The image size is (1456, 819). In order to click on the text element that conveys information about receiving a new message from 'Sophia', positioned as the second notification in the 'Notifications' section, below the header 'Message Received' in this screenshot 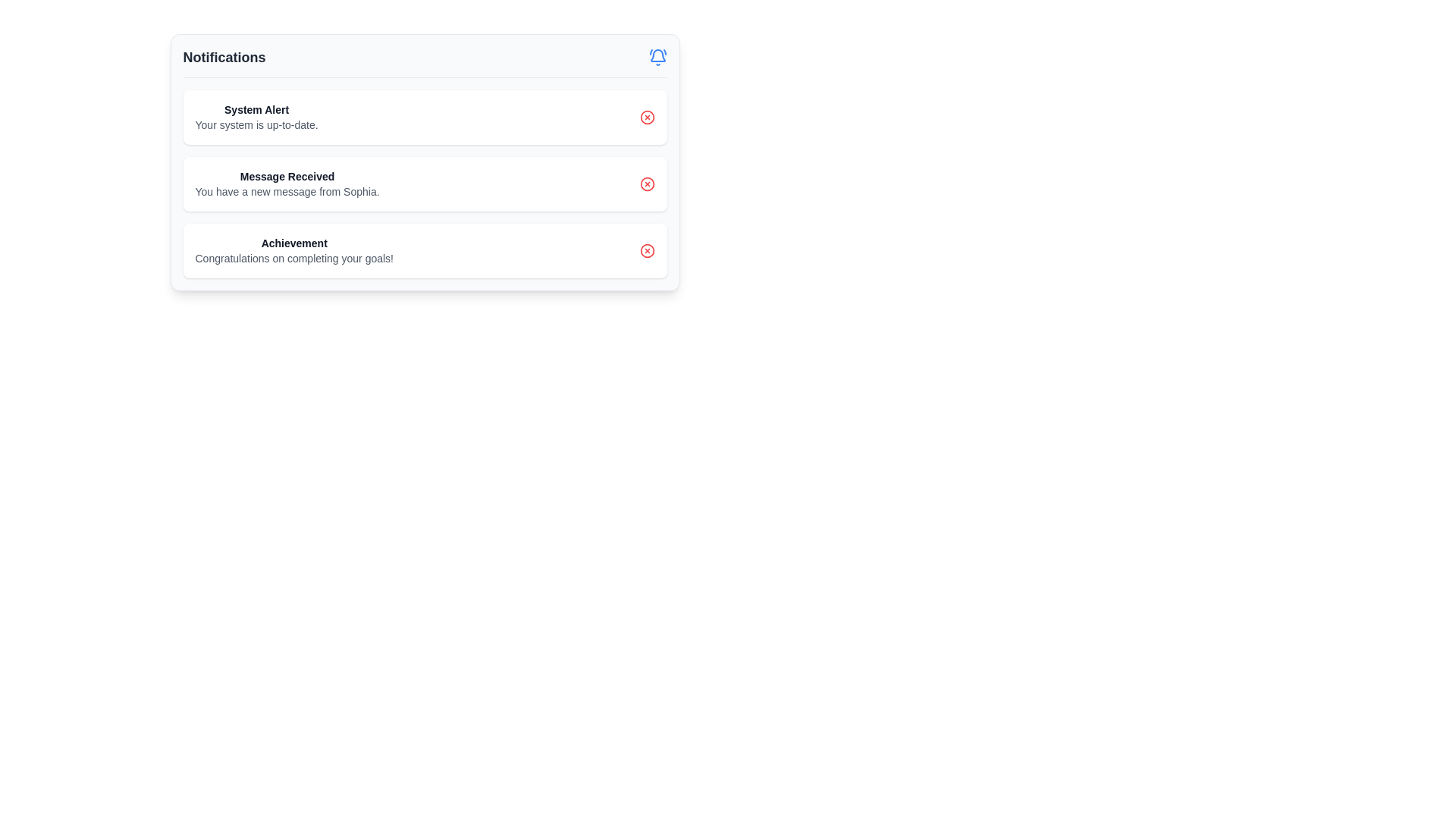, I will do `click(287, 191)`.